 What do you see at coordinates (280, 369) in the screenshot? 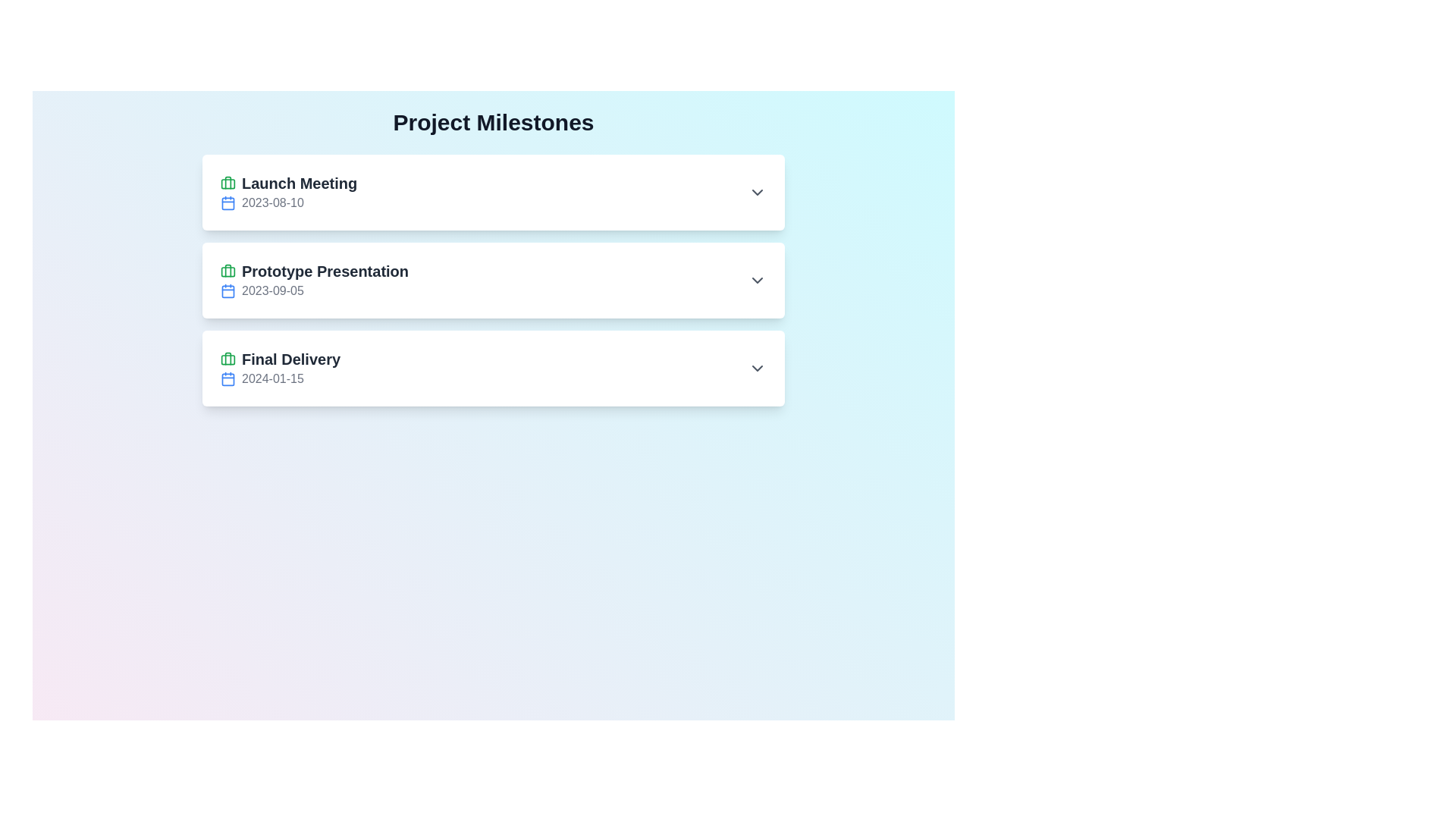
I see `text on the third Information card in the project timeline, which provides details about the final milestone including its title and date` at bounding box center [280, 369].